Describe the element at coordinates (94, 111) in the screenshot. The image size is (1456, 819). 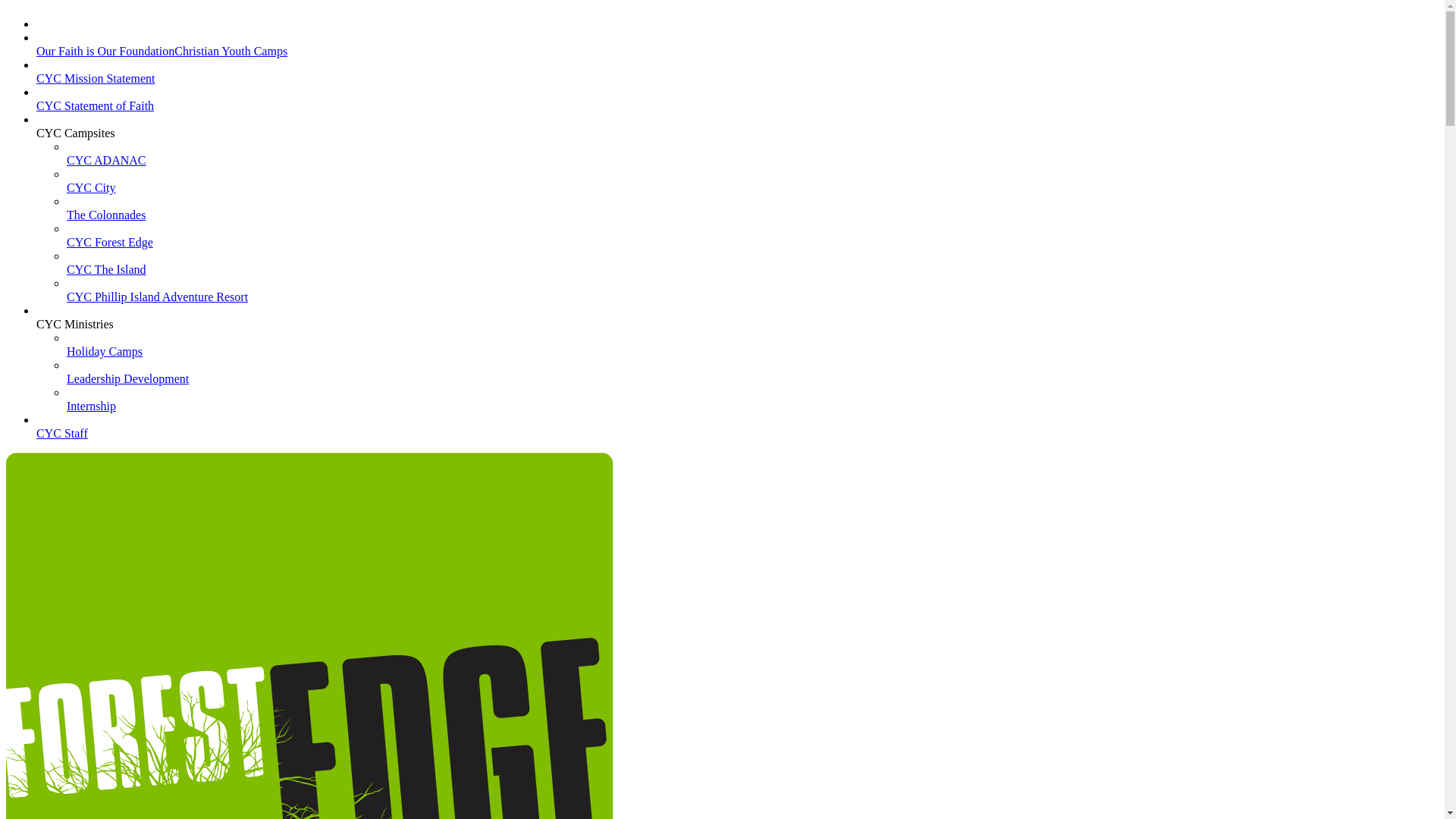
I see `'CYC Statement of Faith'` at that location.